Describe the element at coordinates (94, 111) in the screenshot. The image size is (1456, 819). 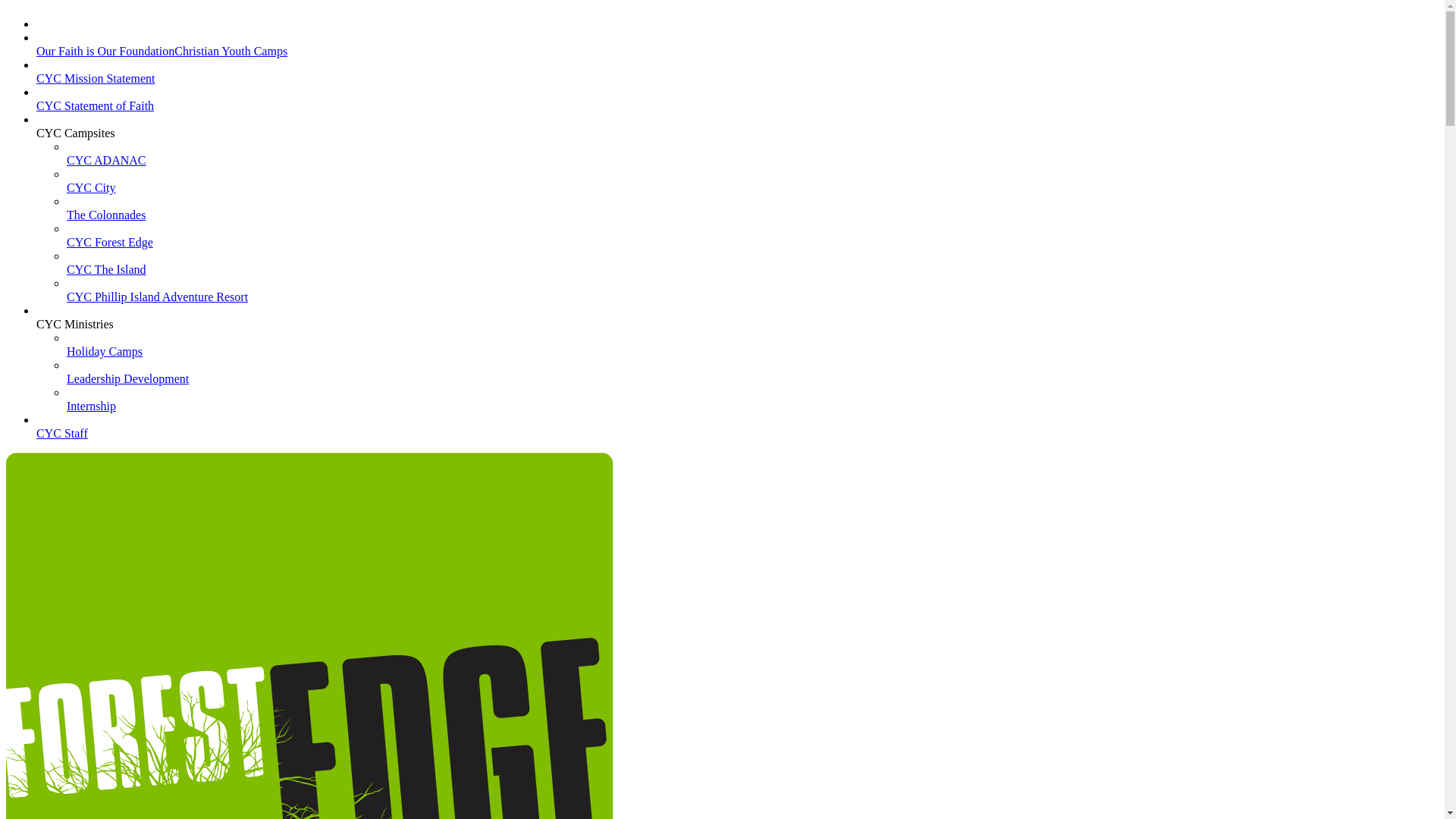
I see `'CYC Statement of Faith'` at that location.